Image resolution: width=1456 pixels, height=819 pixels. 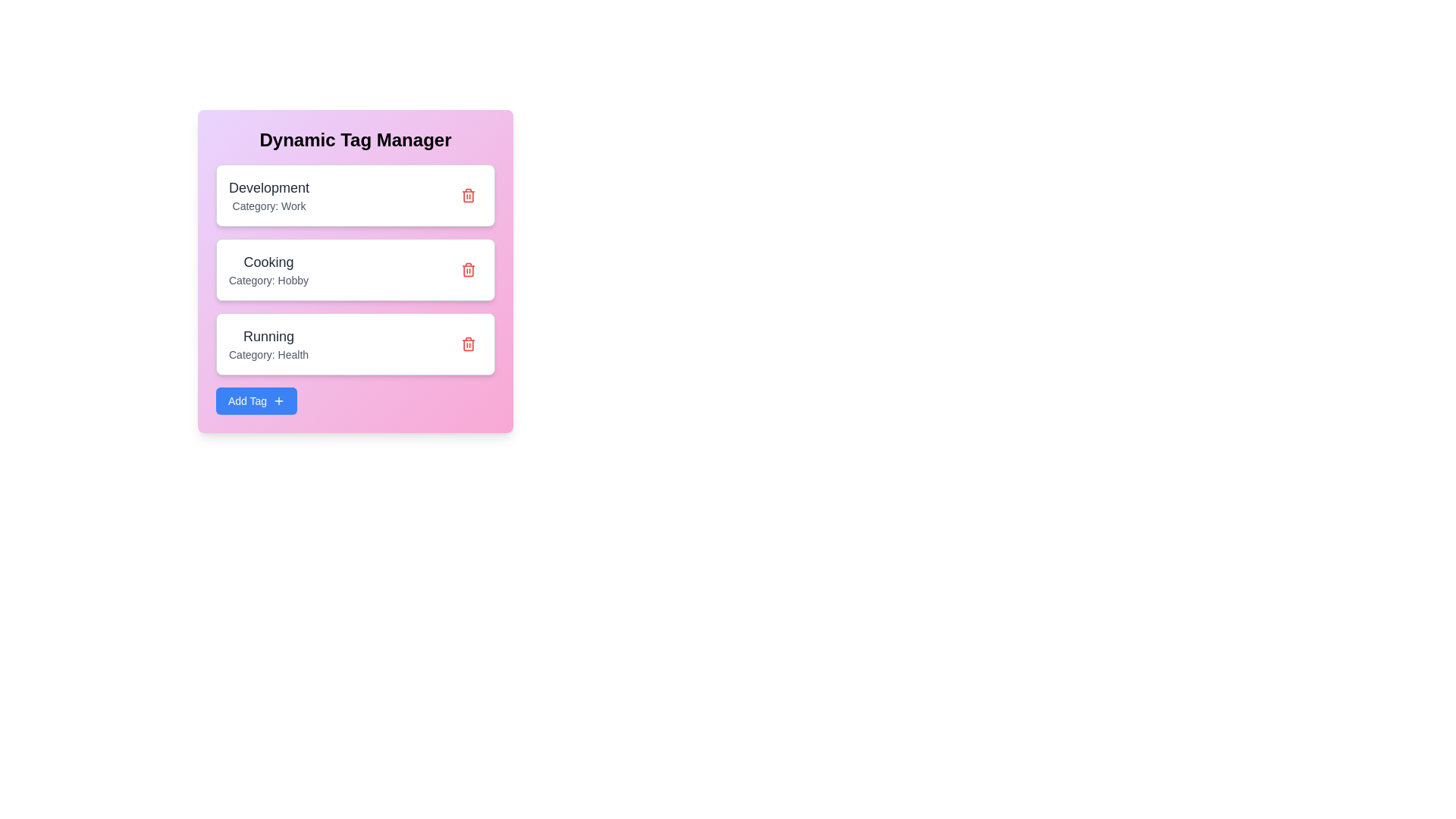 I want to click on the 'Add Tag' button to add a new tag, so click(x=256, y=400).